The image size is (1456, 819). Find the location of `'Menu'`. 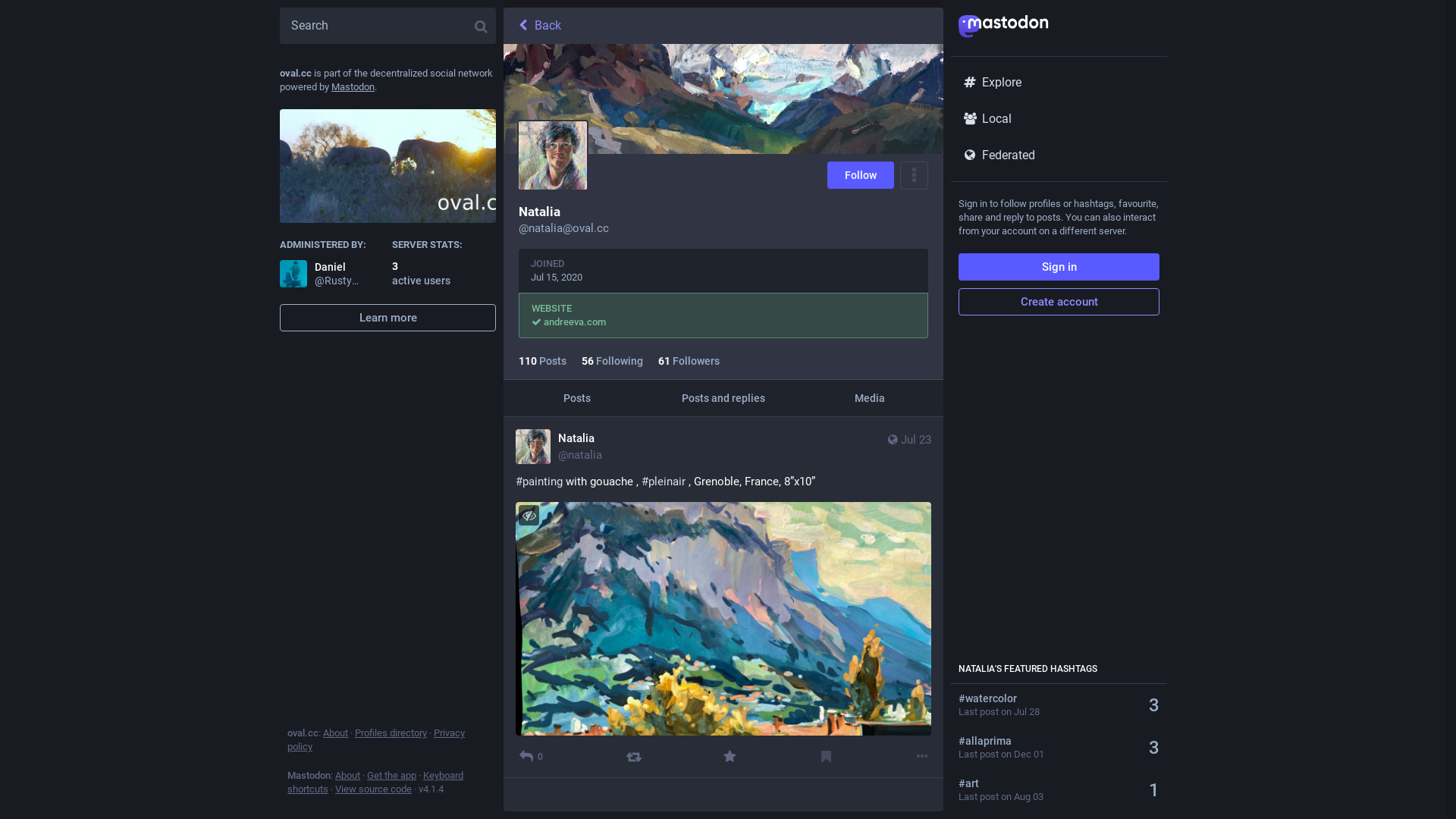

'Menu' is located at coordinates (913, 174).